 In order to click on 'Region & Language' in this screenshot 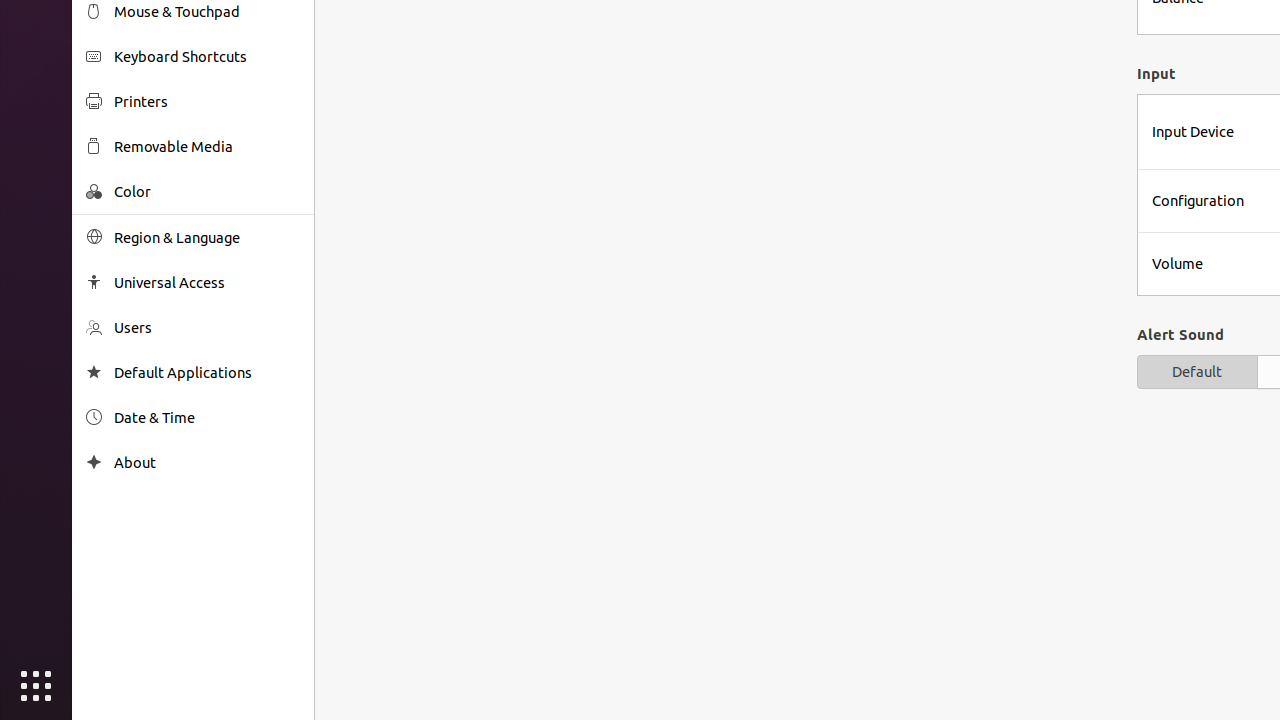, I will do `click(206, 236)`.